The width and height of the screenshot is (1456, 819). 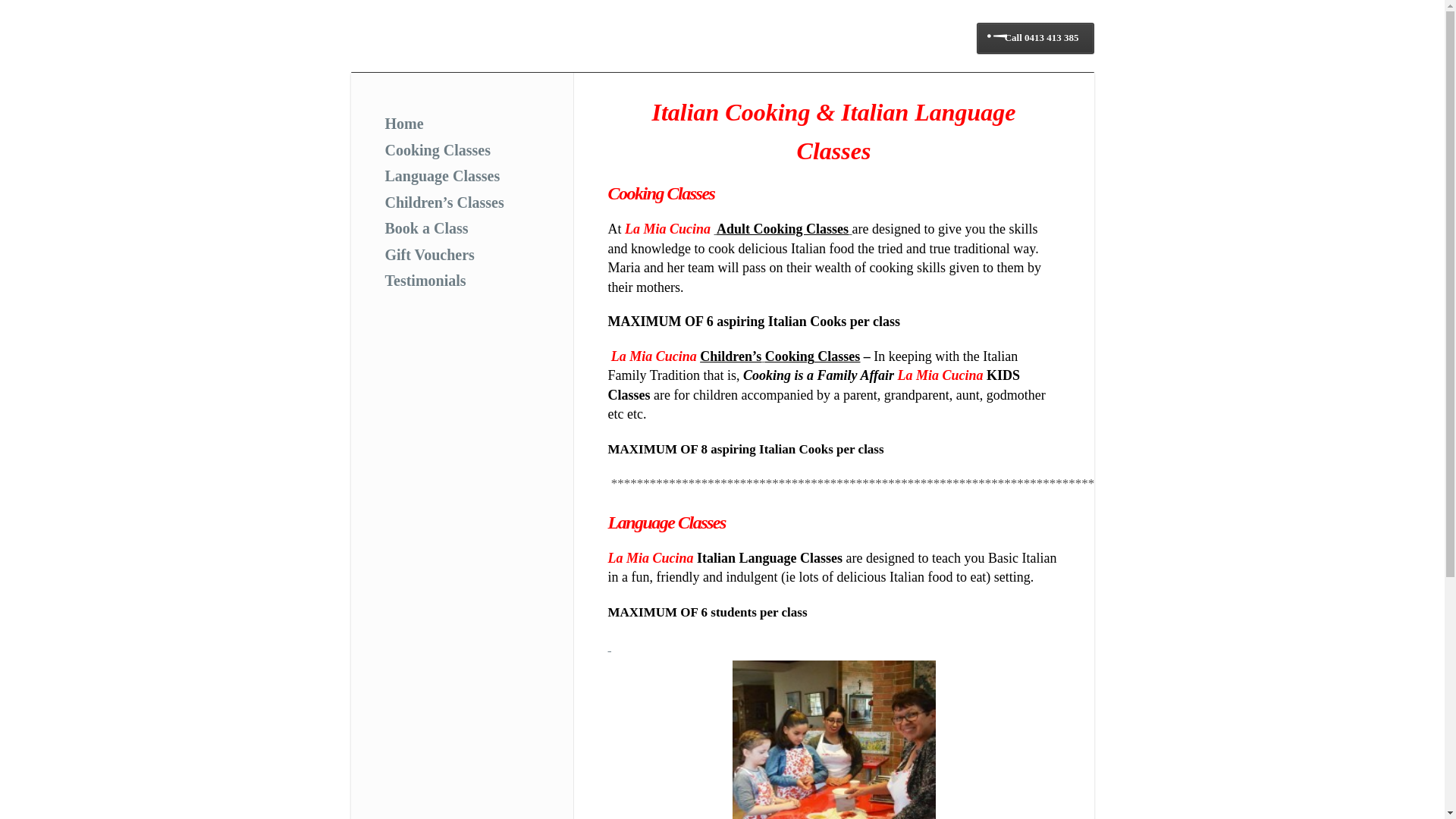 I want to click on 'Book a Class', so click(x=425, y=227).